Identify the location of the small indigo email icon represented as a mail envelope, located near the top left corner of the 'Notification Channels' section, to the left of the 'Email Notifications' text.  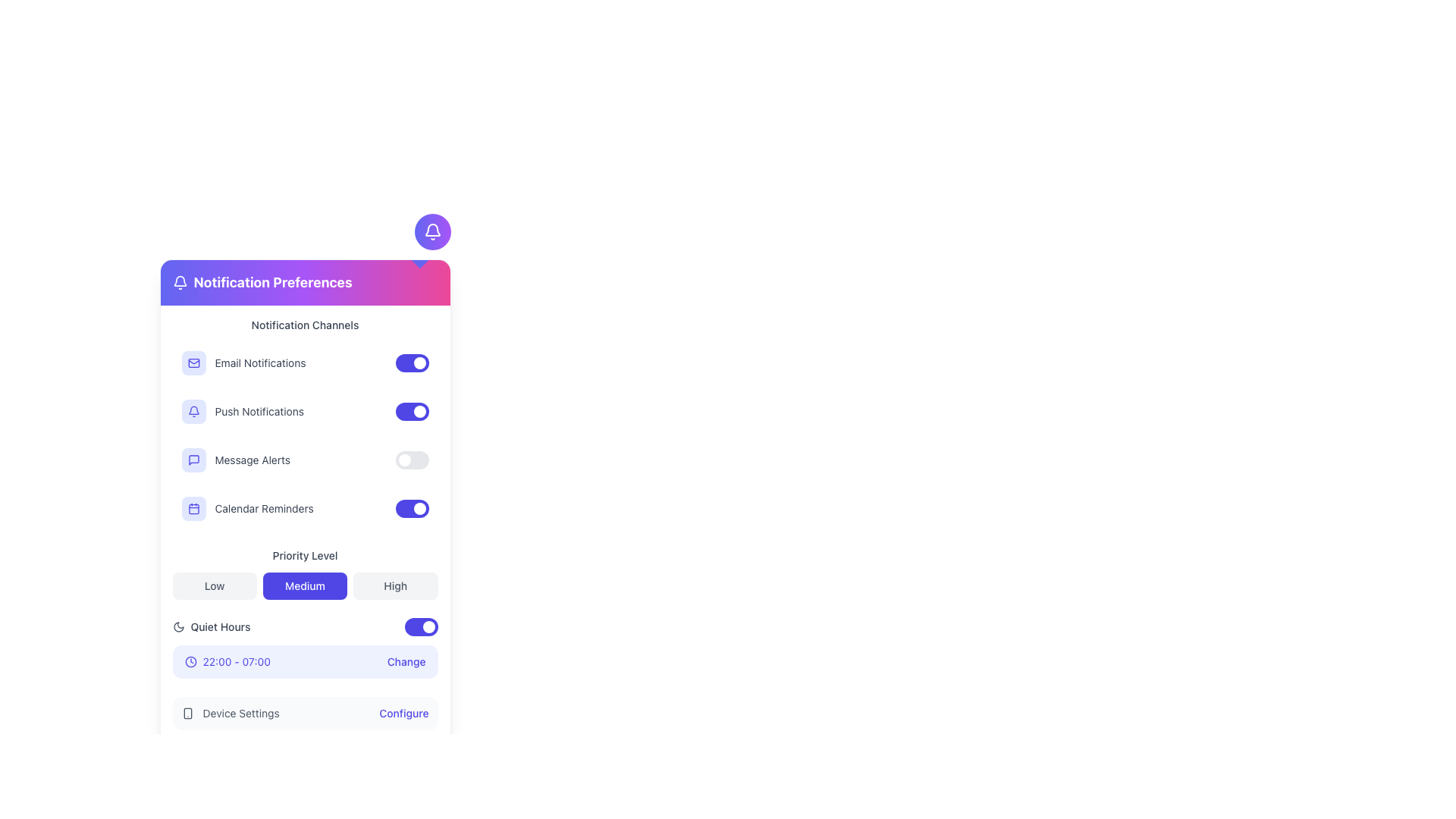
(193, 362).